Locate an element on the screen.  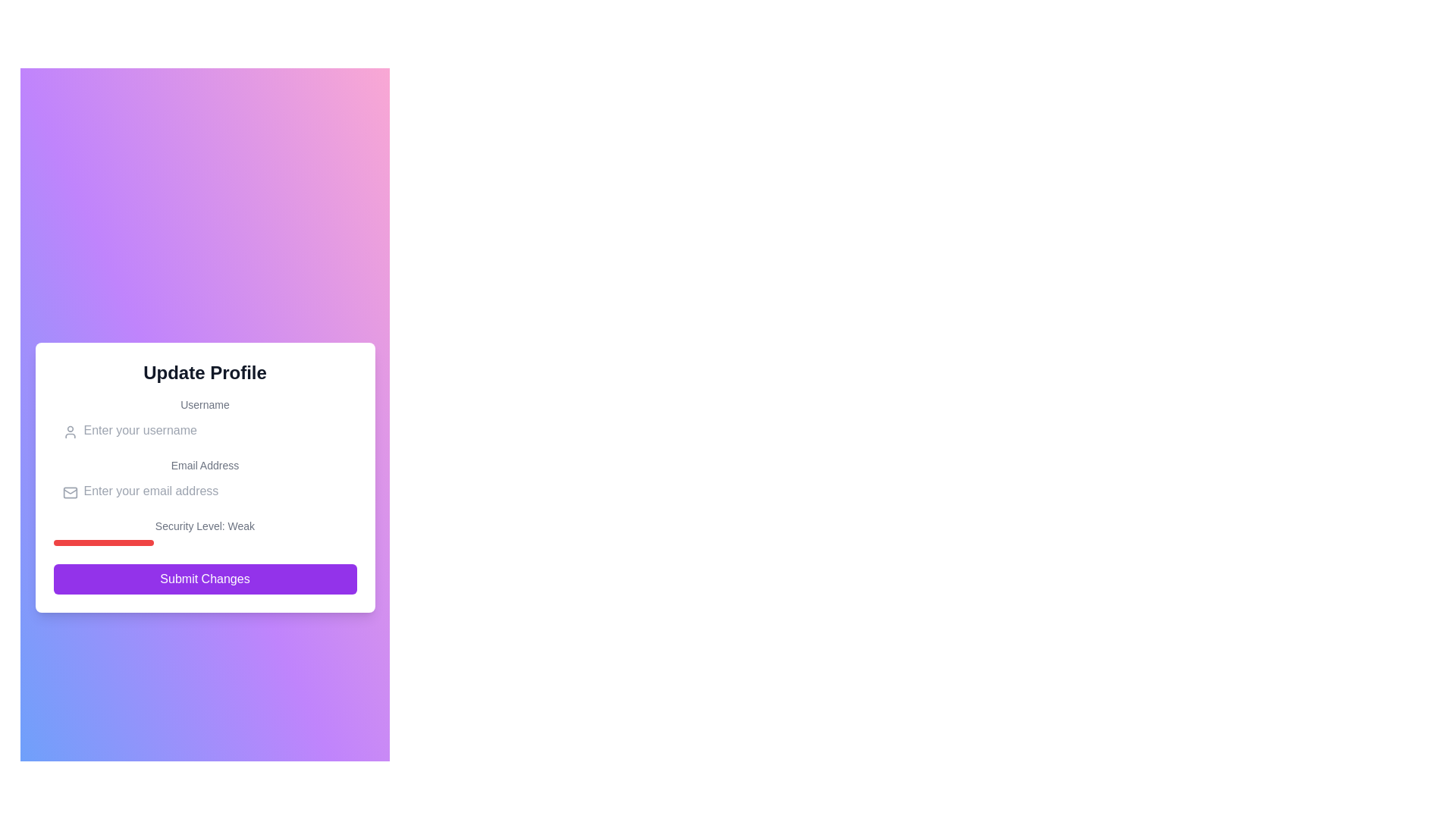
the 'Email Address' label, which is displayed in a small font with medium weight and gray color, positioned above the email input field in the upper-central area of the form is located at coordinates (204, 464).